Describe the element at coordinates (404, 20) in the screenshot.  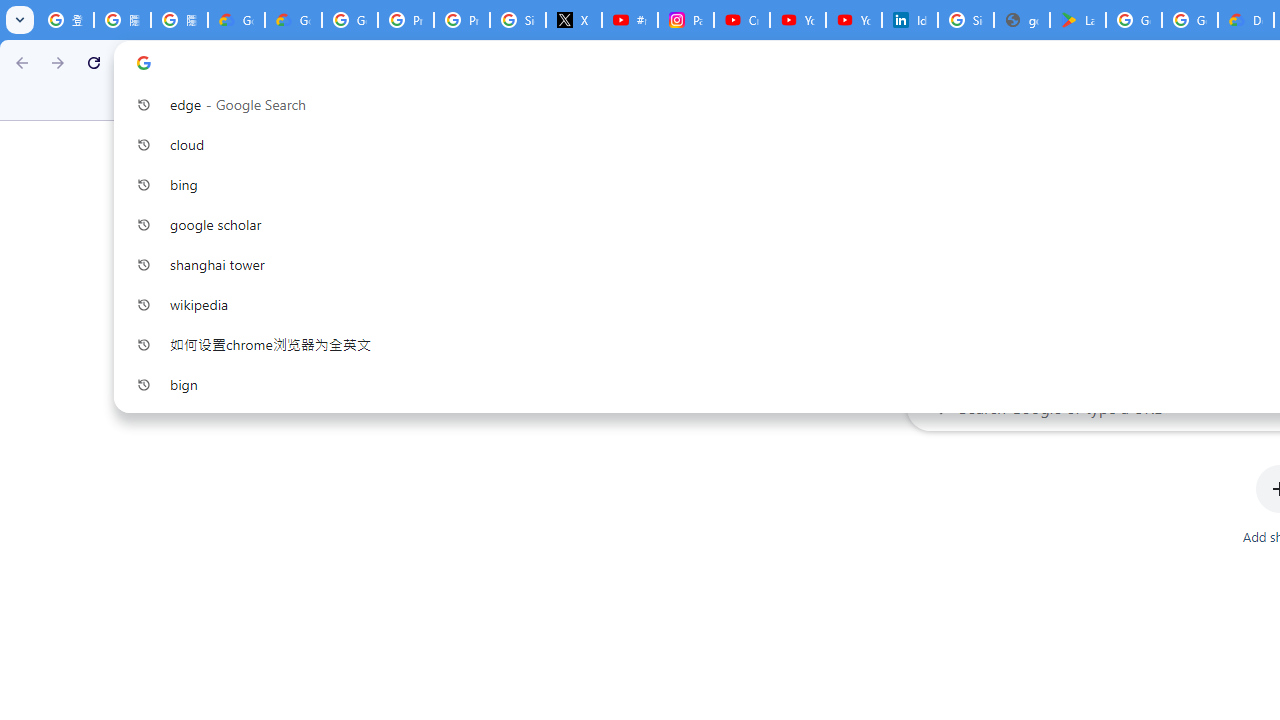
I see `'Privacy Help Center - Policies Help'` at that location.